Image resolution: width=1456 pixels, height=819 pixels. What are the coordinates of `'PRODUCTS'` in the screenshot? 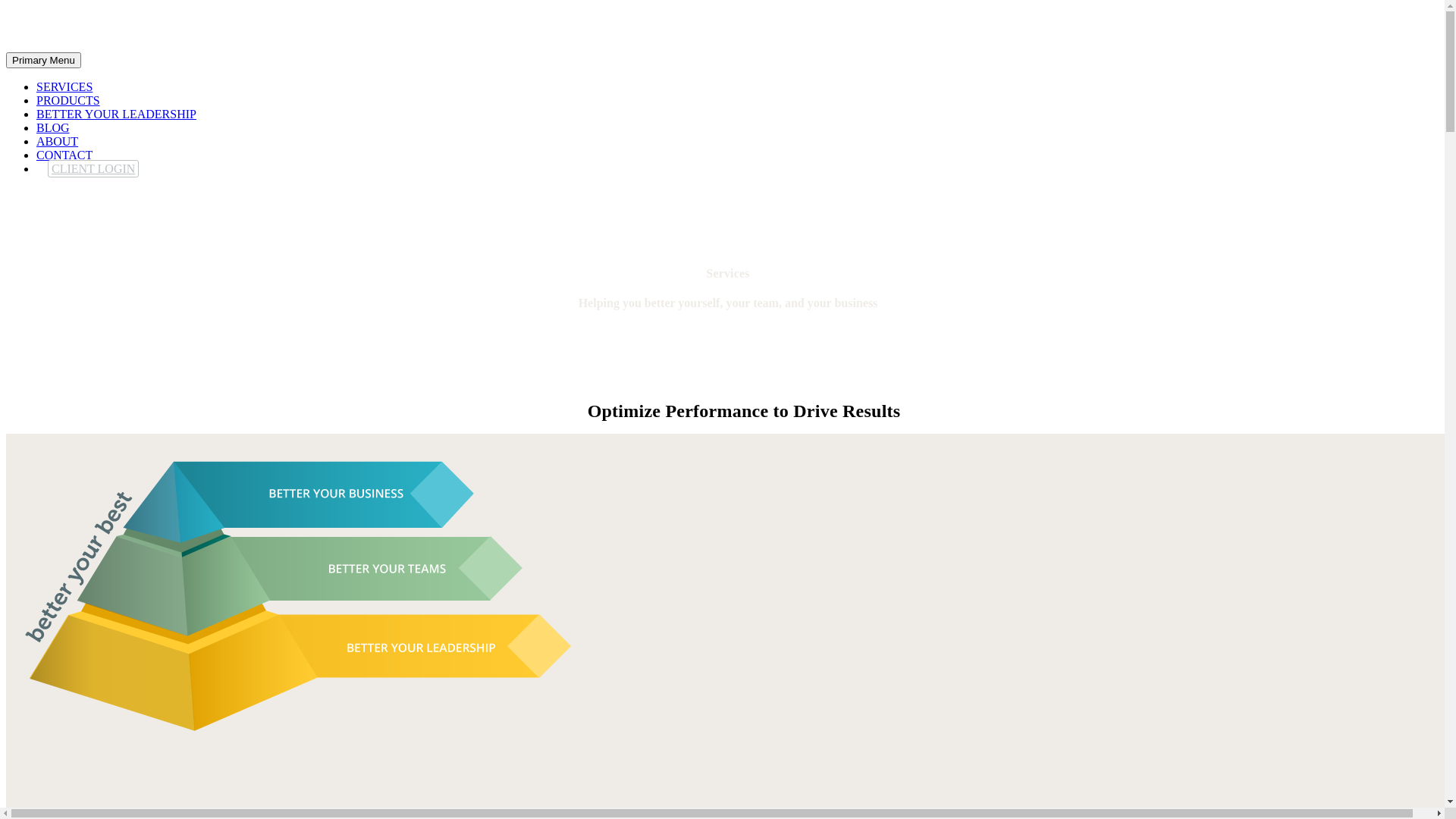 It's located at (67, 100).